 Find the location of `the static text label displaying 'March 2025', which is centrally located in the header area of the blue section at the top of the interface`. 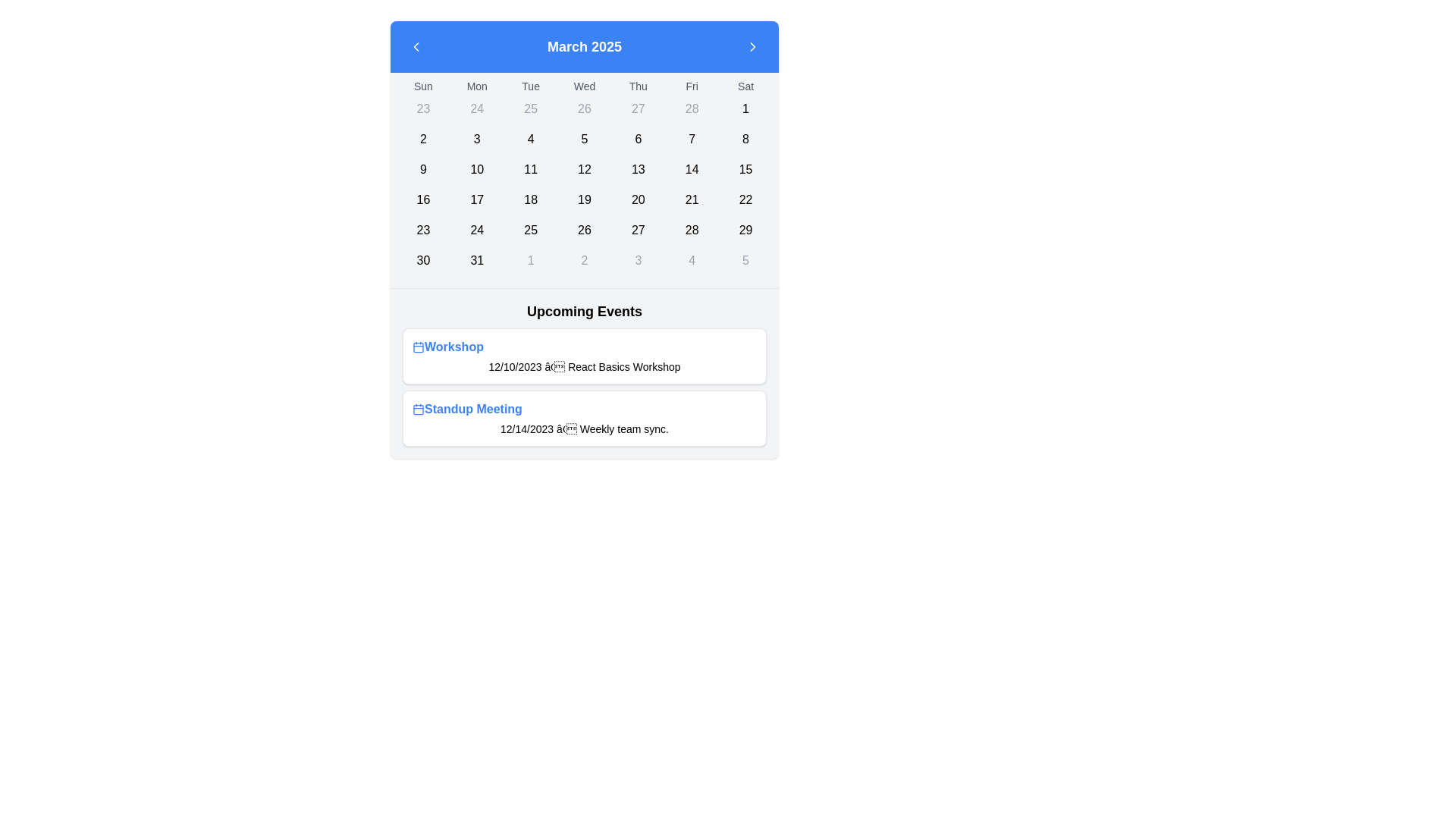

the static text label displaying 'March 2025', which is centrally located in the header area of the blue section at the top of the interface is located at coordinates (584, 45).